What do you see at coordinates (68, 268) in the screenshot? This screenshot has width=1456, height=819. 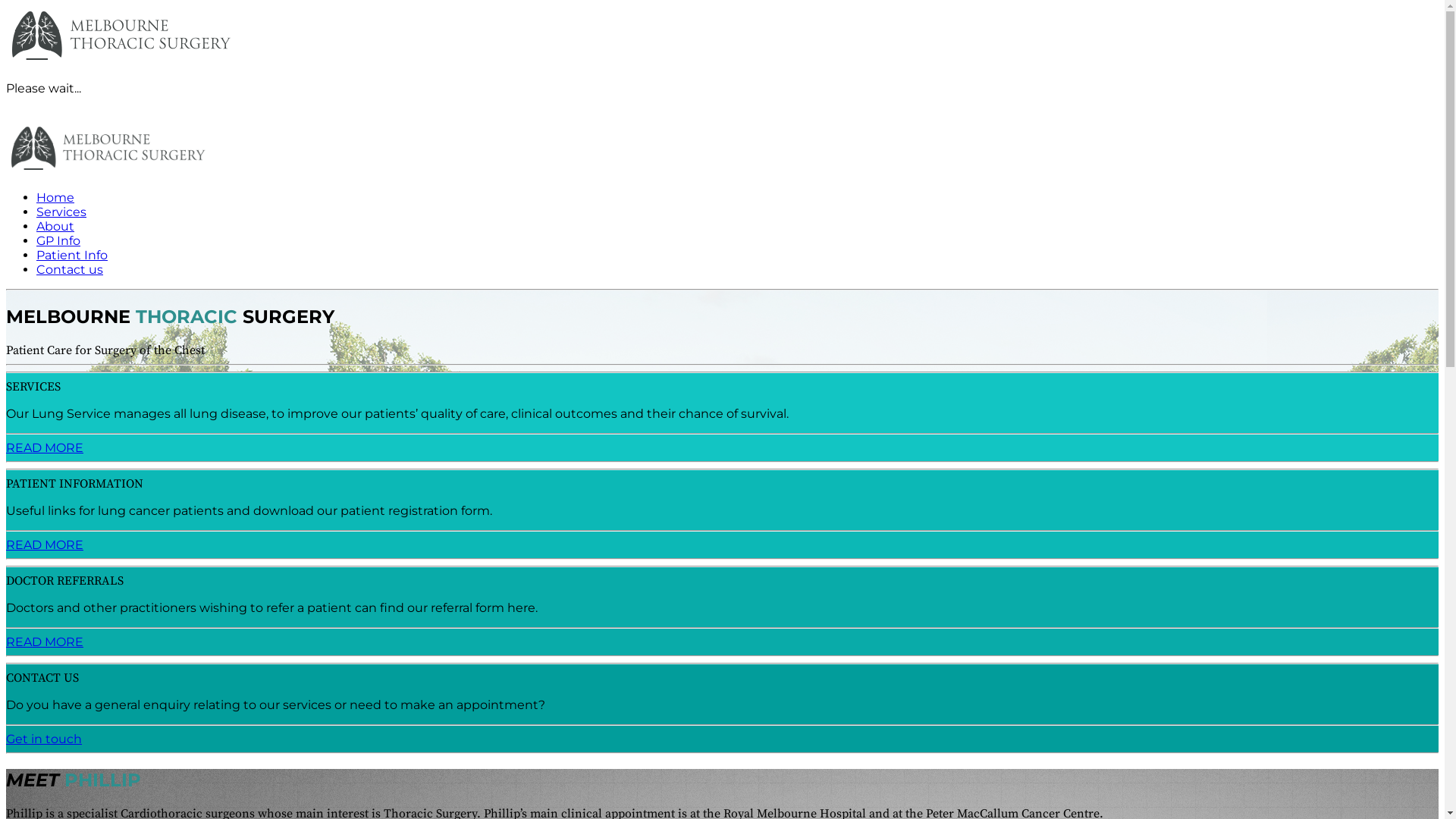 I see `'Contact us'` at bounding box center [68, 268].